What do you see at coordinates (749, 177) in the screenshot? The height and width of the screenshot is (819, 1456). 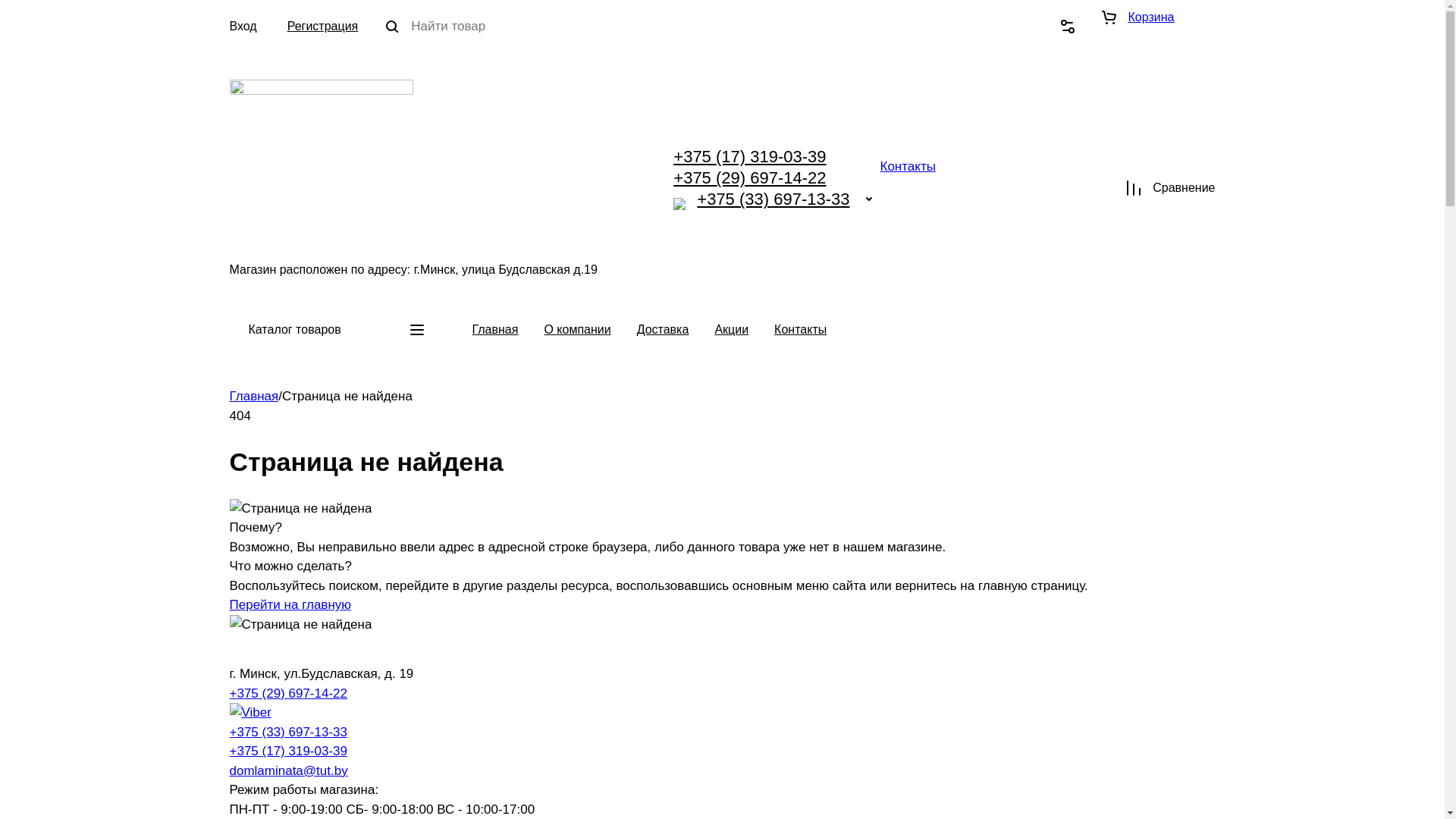 I see `'+375 (29) 697-14-22'` at bounding box center [749, 177].